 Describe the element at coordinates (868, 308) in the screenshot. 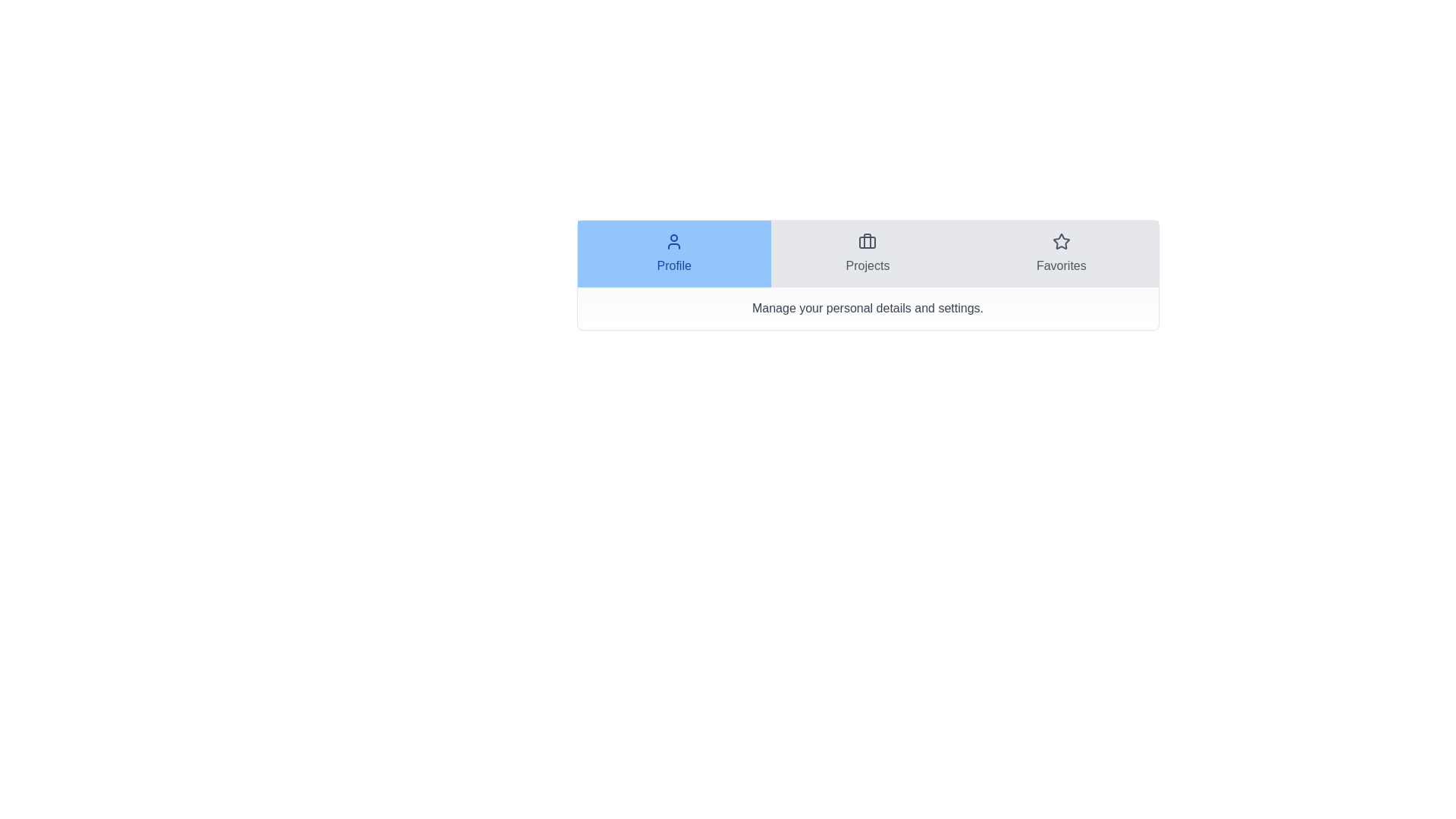

I see `the content area of the active tab to focus on it` at that location.